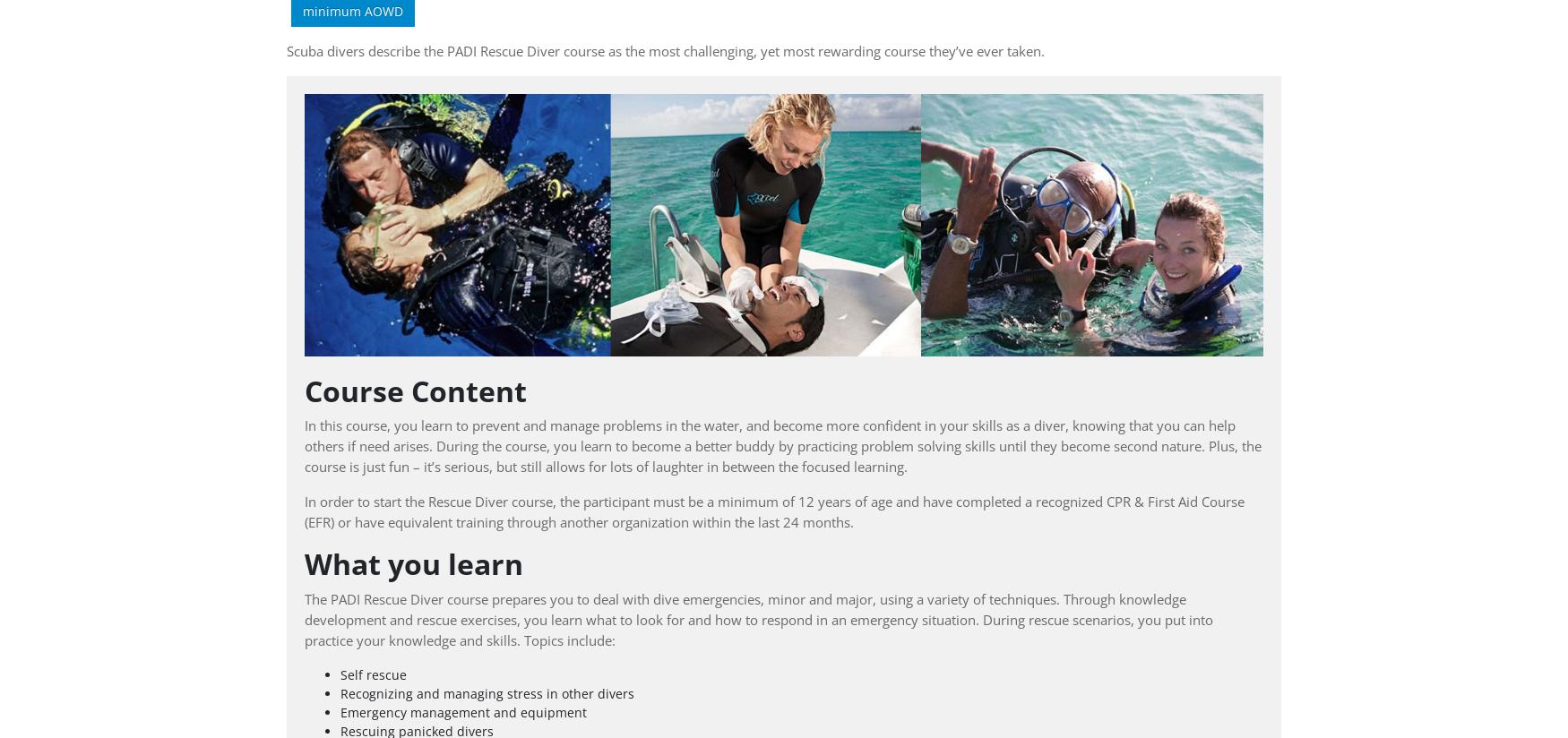 Image resolution: width=1568 pixels, height=738 pixels. What do you see at coordinates (373, 674) in the screenshot?
I see `'Self rescue'` at bounding box center [373, 674].